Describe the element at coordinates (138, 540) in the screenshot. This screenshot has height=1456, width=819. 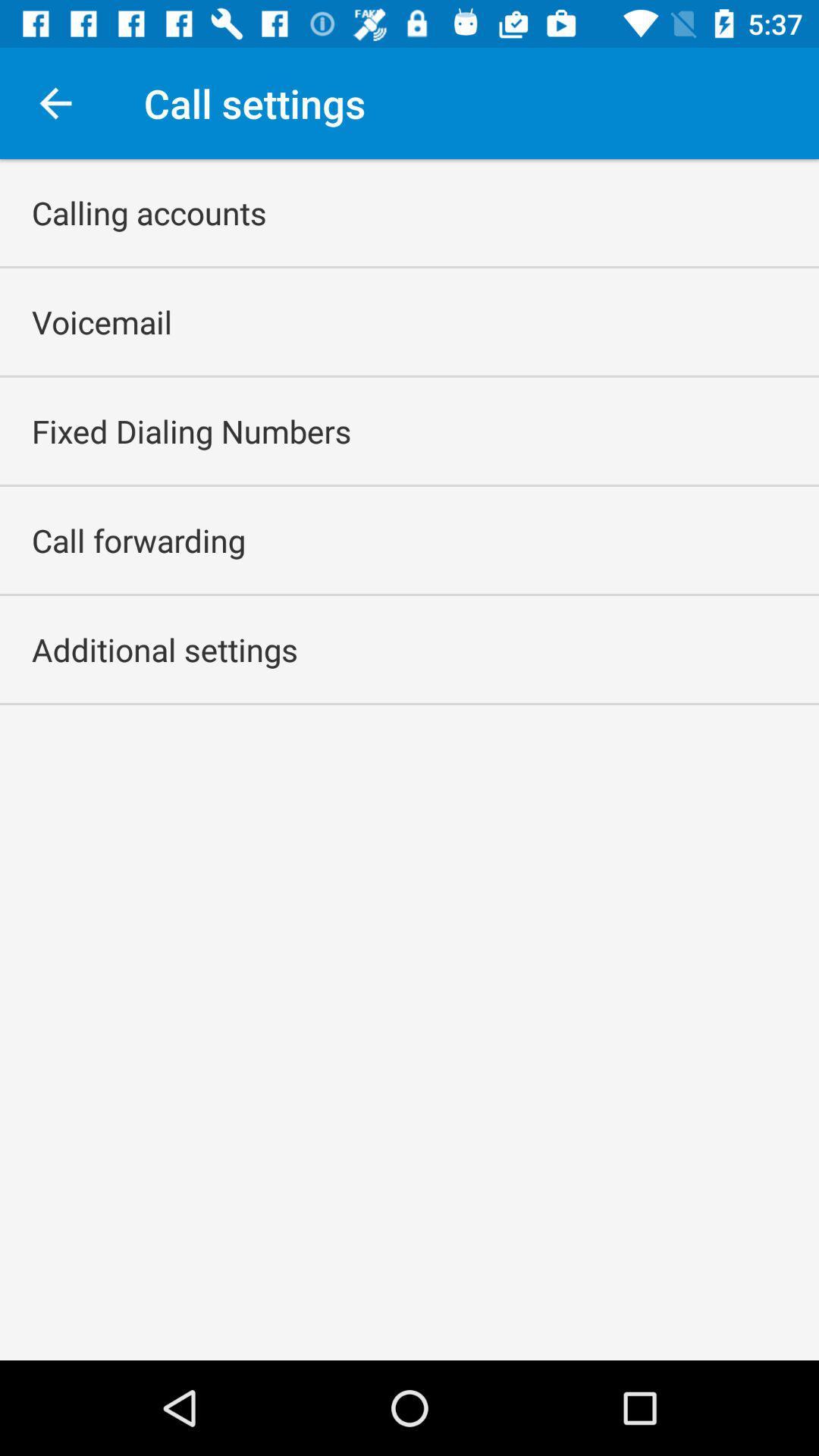
I see `the call forwarding icon` at that location.